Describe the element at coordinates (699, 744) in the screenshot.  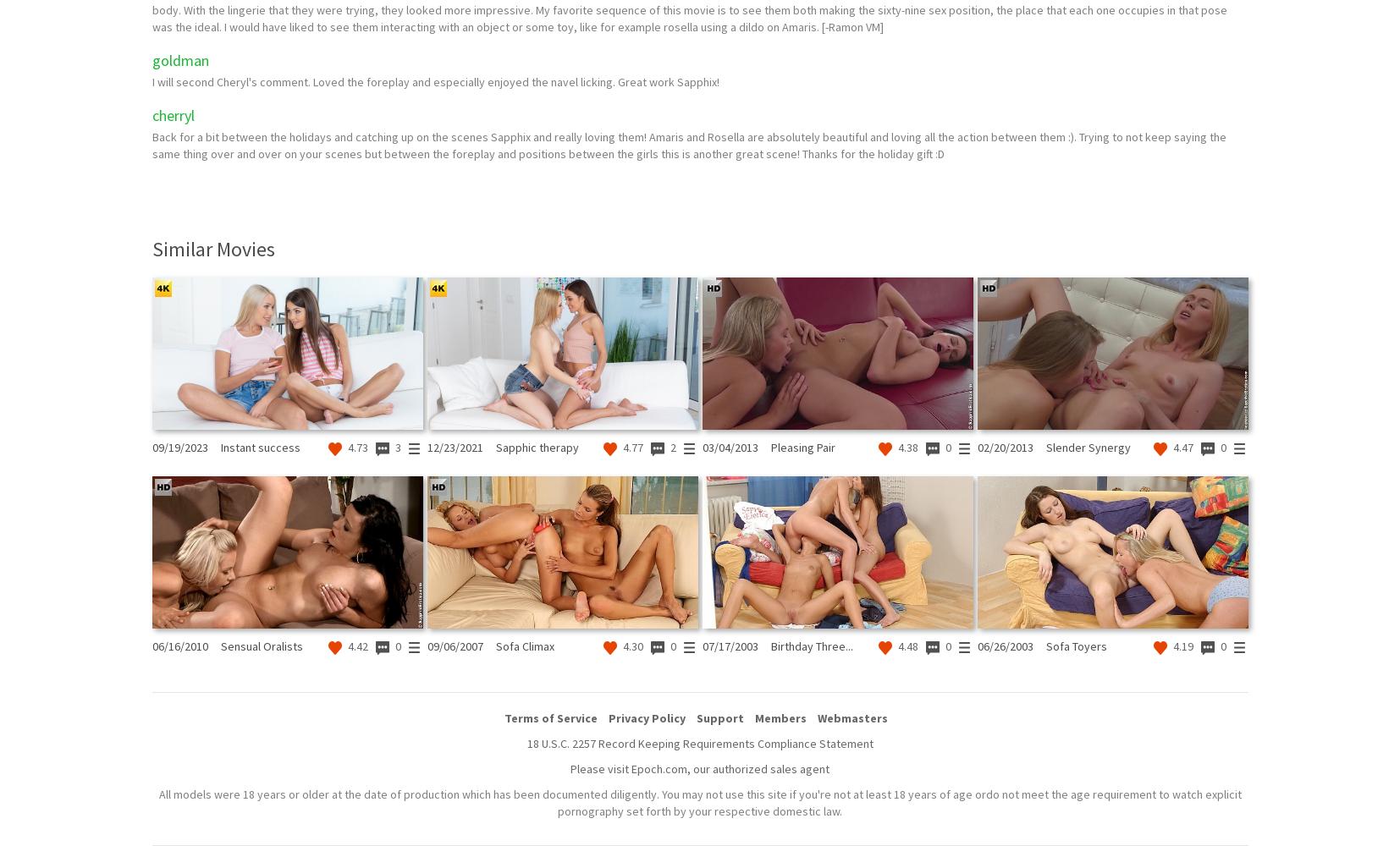
I see `'18 U.S.C. 2257 Record Keeping Requirements Compliance Statement'` at that location.